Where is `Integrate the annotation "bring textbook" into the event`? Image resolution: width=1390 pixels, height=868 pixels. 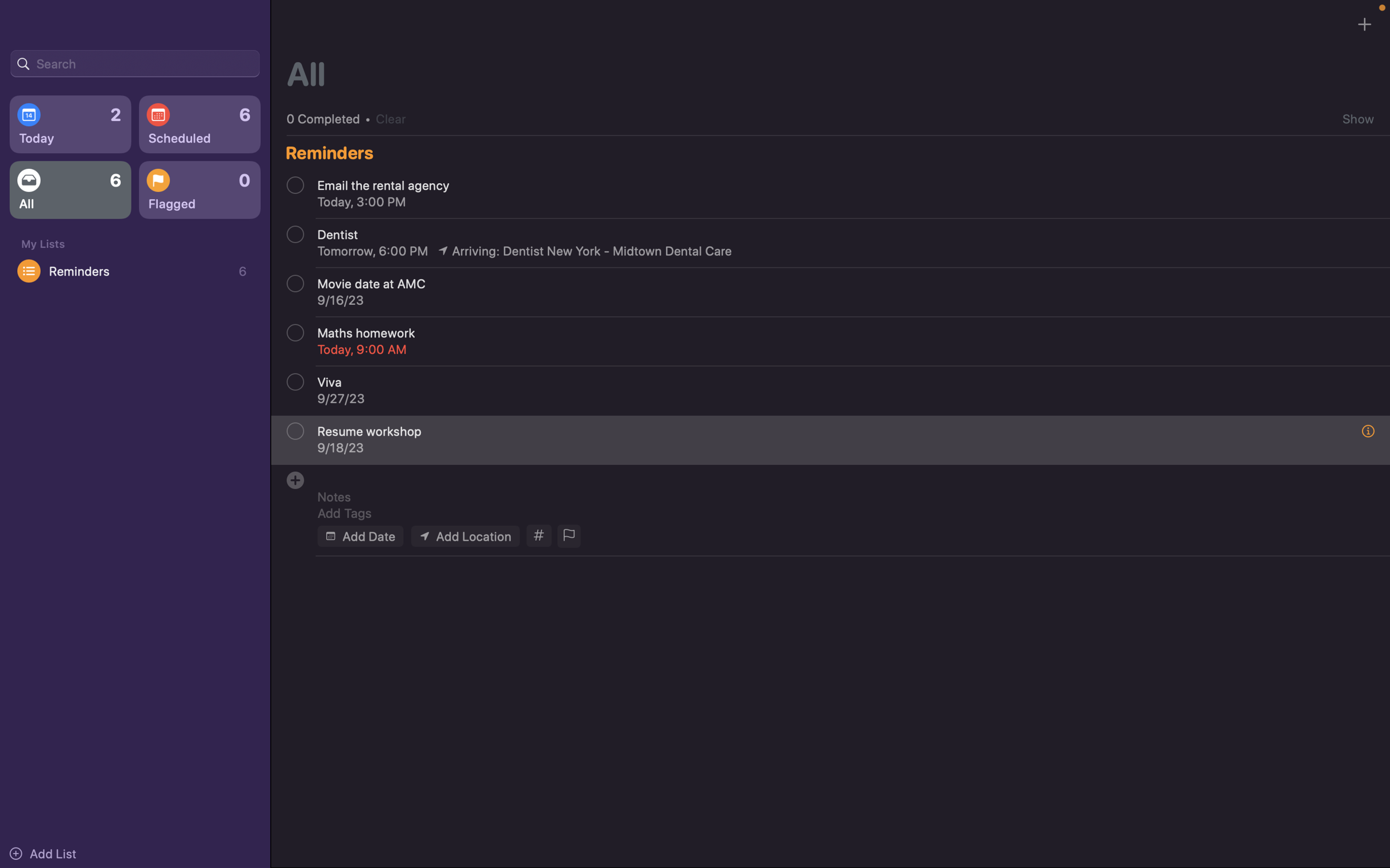
Integrate the annotation "bring textbook" into the event is located at coordinates (837, 496).